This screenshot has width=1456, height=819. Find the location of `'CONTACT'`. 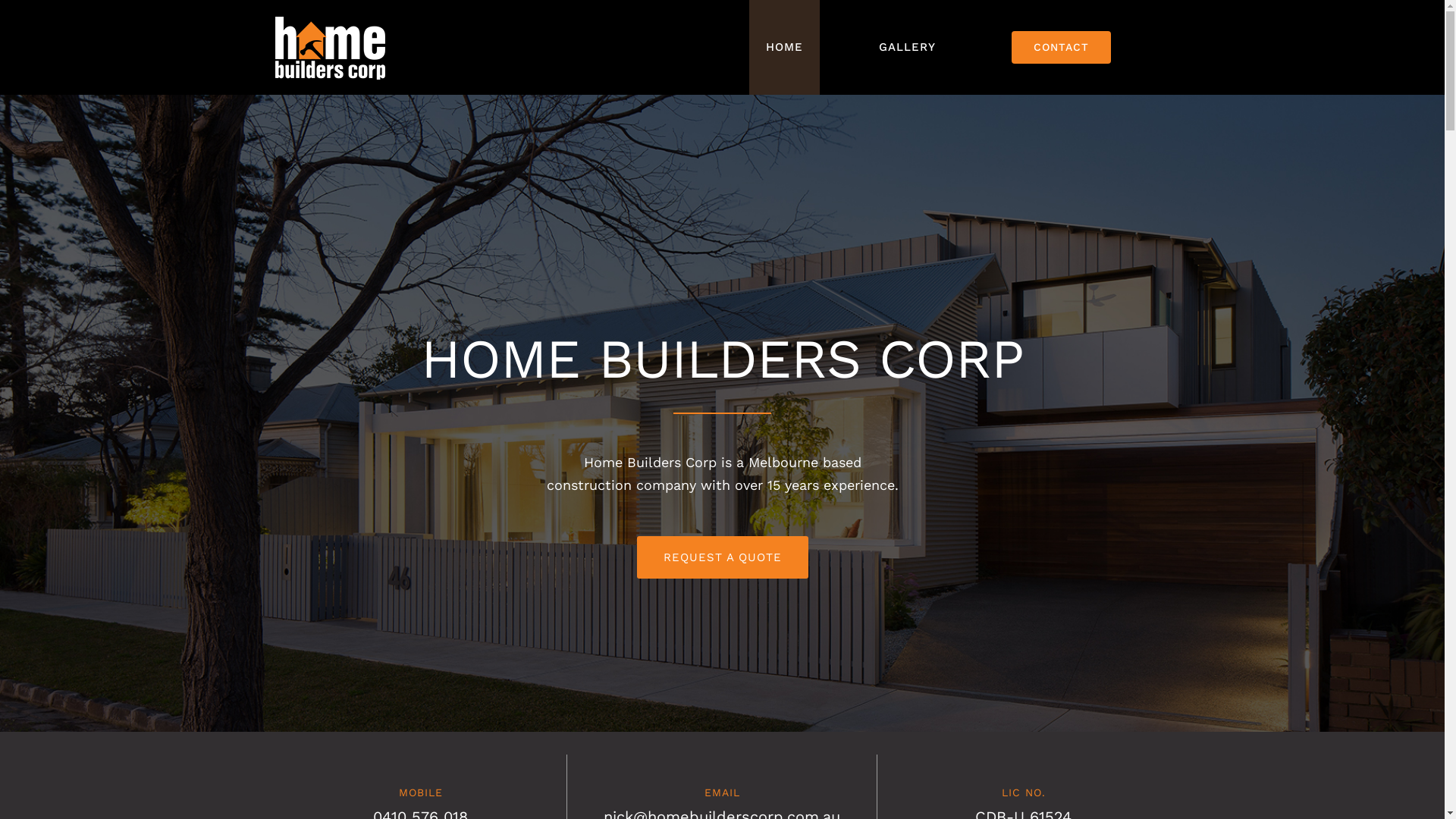

'CONTACT' is located at coordinates (1060, 46).